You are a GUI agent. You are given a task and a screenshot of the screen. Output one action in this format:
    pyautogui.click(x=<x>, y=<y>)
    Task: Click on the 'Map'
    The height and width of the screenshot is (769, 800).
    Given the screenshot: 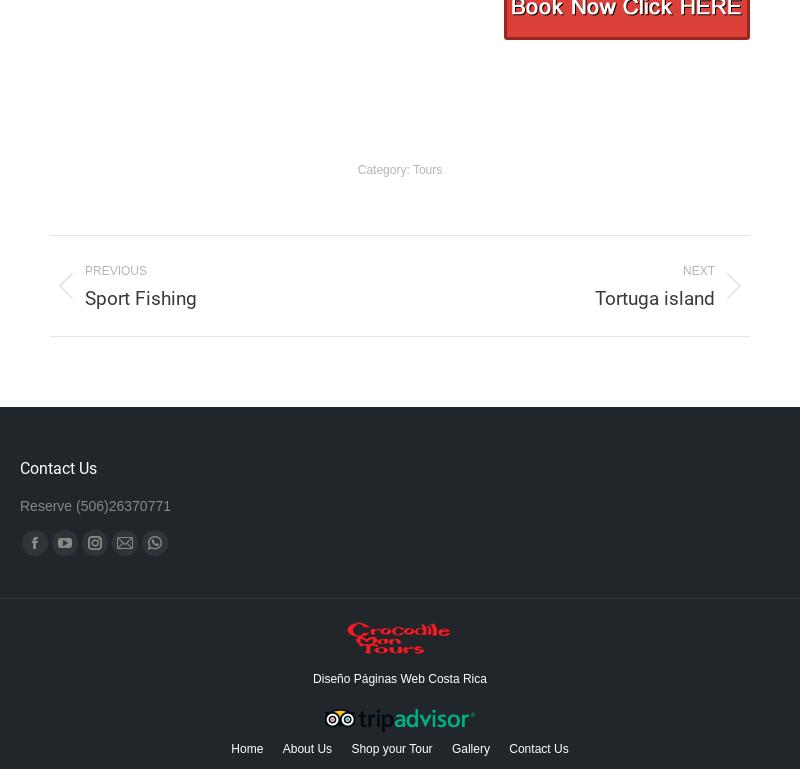 What is the action you would take?
    pyautogui.click(x=535, y=712)
    